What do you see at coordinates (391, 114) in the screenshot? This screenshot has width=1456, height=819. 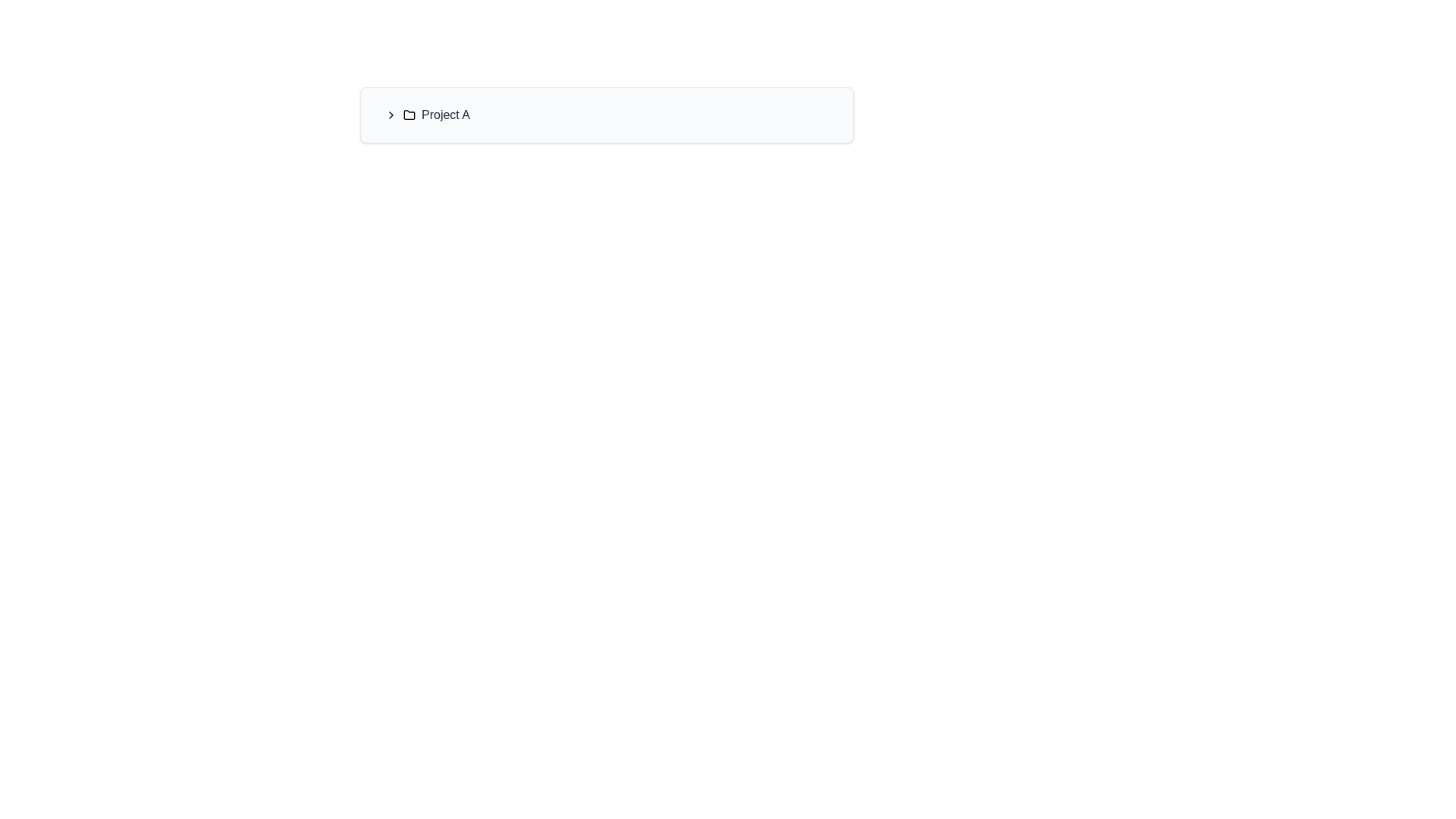 I see `the leftmost chevron icon with a black stroke and transparent fill, which is part of a horizontal arrangement containing the text 'Project A'` at bounding box center [391, 114].